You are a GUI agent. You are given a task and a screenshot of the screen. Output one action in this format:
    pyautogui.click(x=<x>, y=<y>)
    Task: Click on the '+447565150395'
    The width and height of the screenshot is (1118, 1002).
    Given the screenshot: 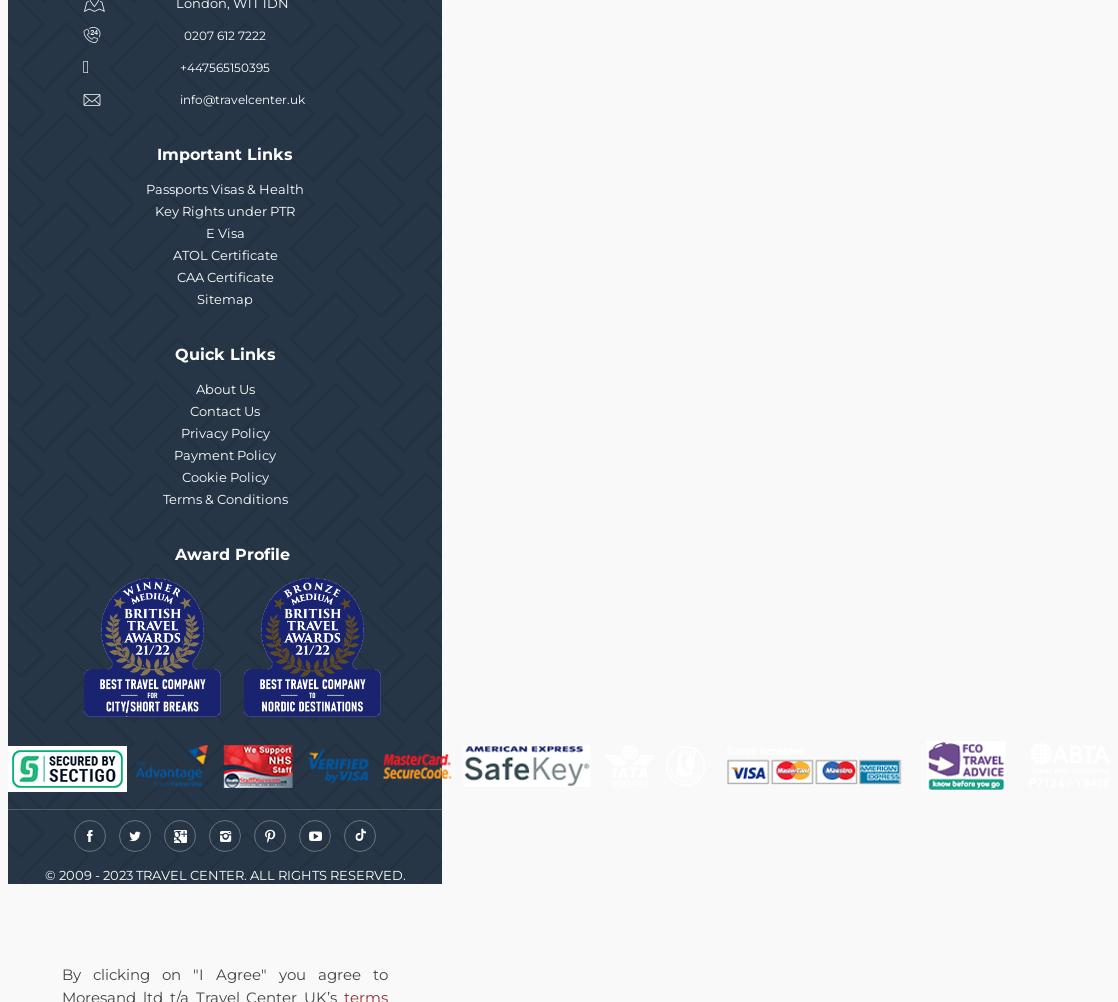 What is the action you would take?
    pyautogui.click(x=225, y=67)
    